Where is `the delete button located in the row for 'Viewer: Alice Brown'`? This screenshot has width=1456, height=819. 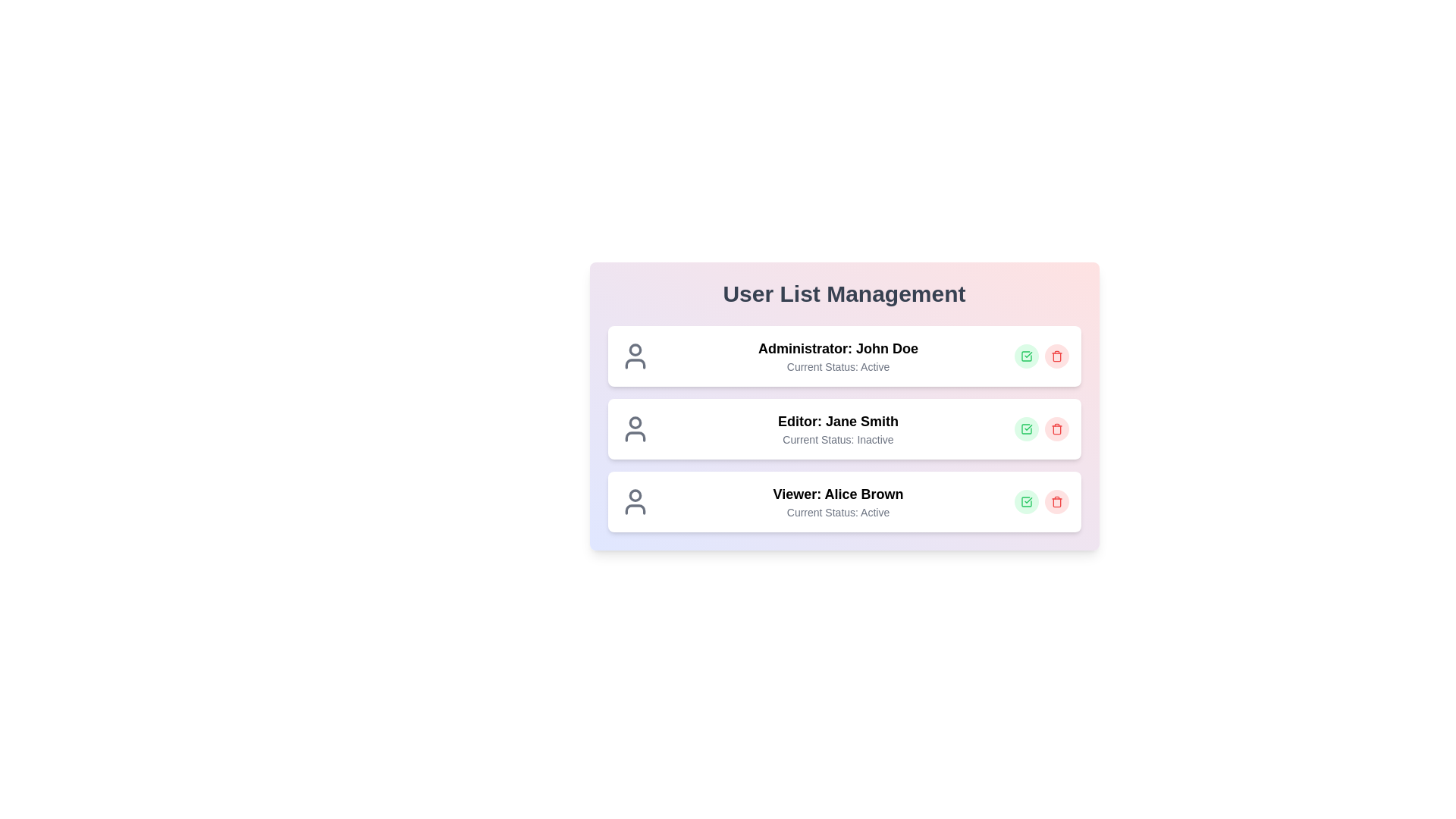
the delete button located in the row for 'Viewer: Alice Brown' is located at coordinates (1056, 502).